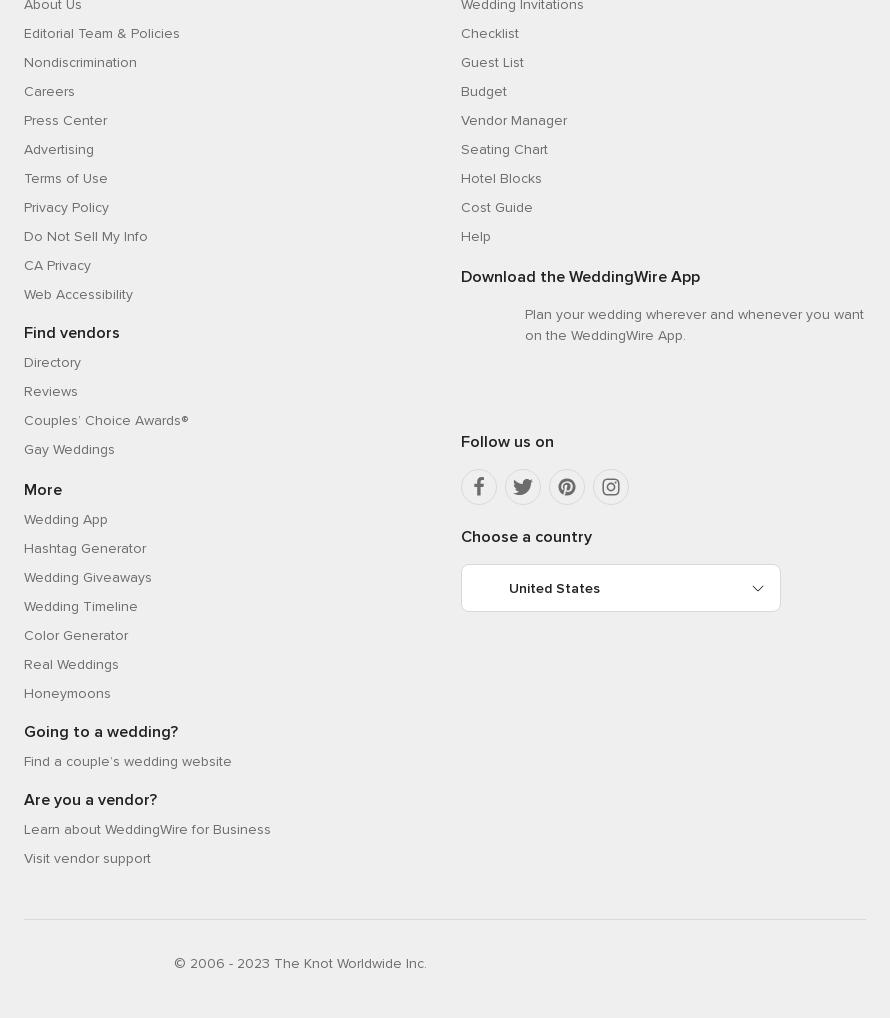 This screenshot has height=1018, width=890. Describe the element at coordinates (65, 118) in the screenshot. I see `'Press Center'` at that location.